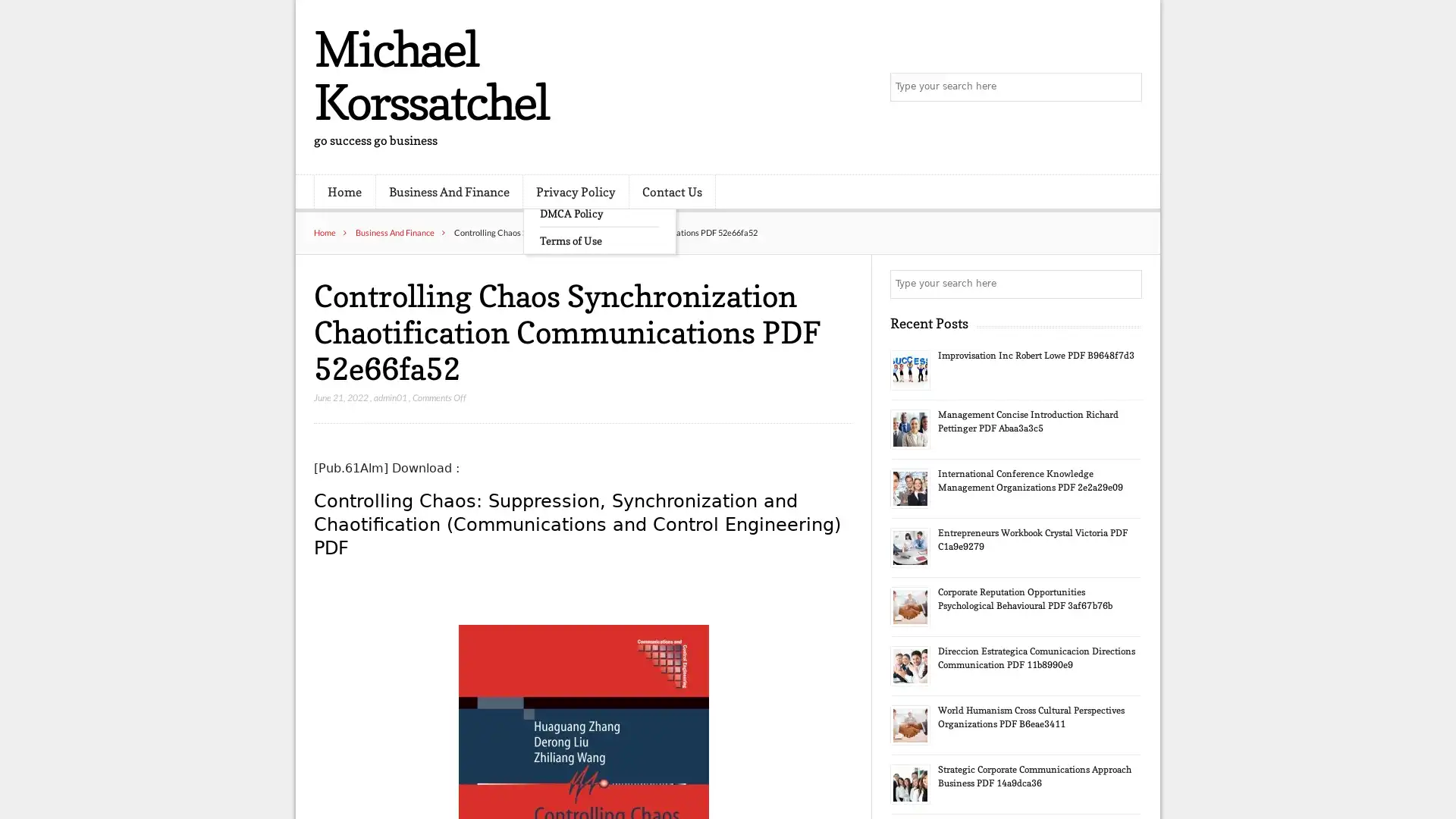 This screenshot has width=1456, height=819. What do you see at coordinates (1126, 284) in the screenshot?
I see `Search` at bounding box center [1126, 284].